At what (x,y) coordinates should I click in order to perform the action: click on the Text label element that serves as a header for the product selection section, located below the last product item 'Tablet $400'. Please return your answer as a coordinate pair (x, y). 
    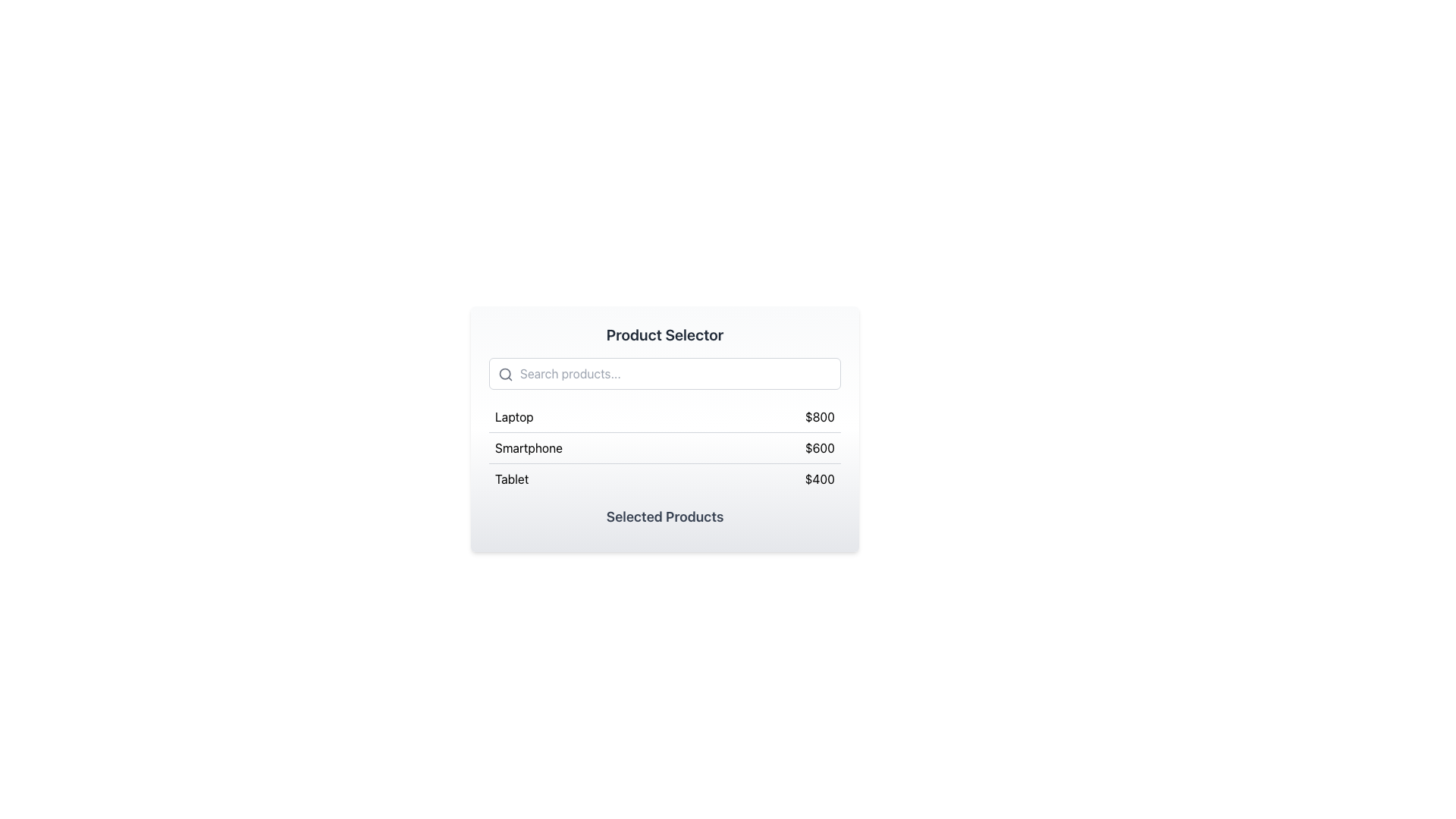
    Looking at the image, I should click on (665, 516).